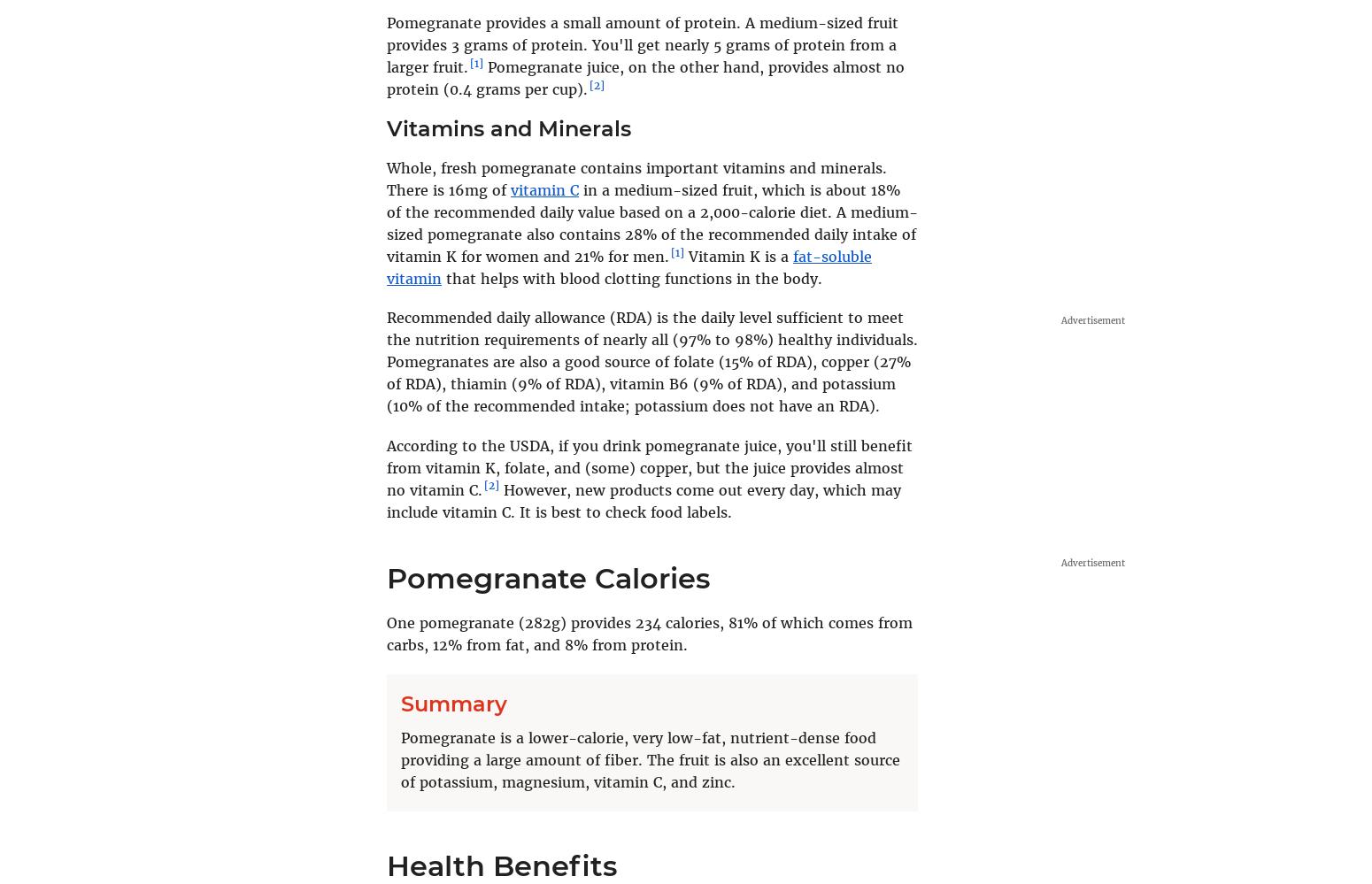 The image size is (1372, 884). I want to click on 'Vitamin K is a', so click(737, 256).